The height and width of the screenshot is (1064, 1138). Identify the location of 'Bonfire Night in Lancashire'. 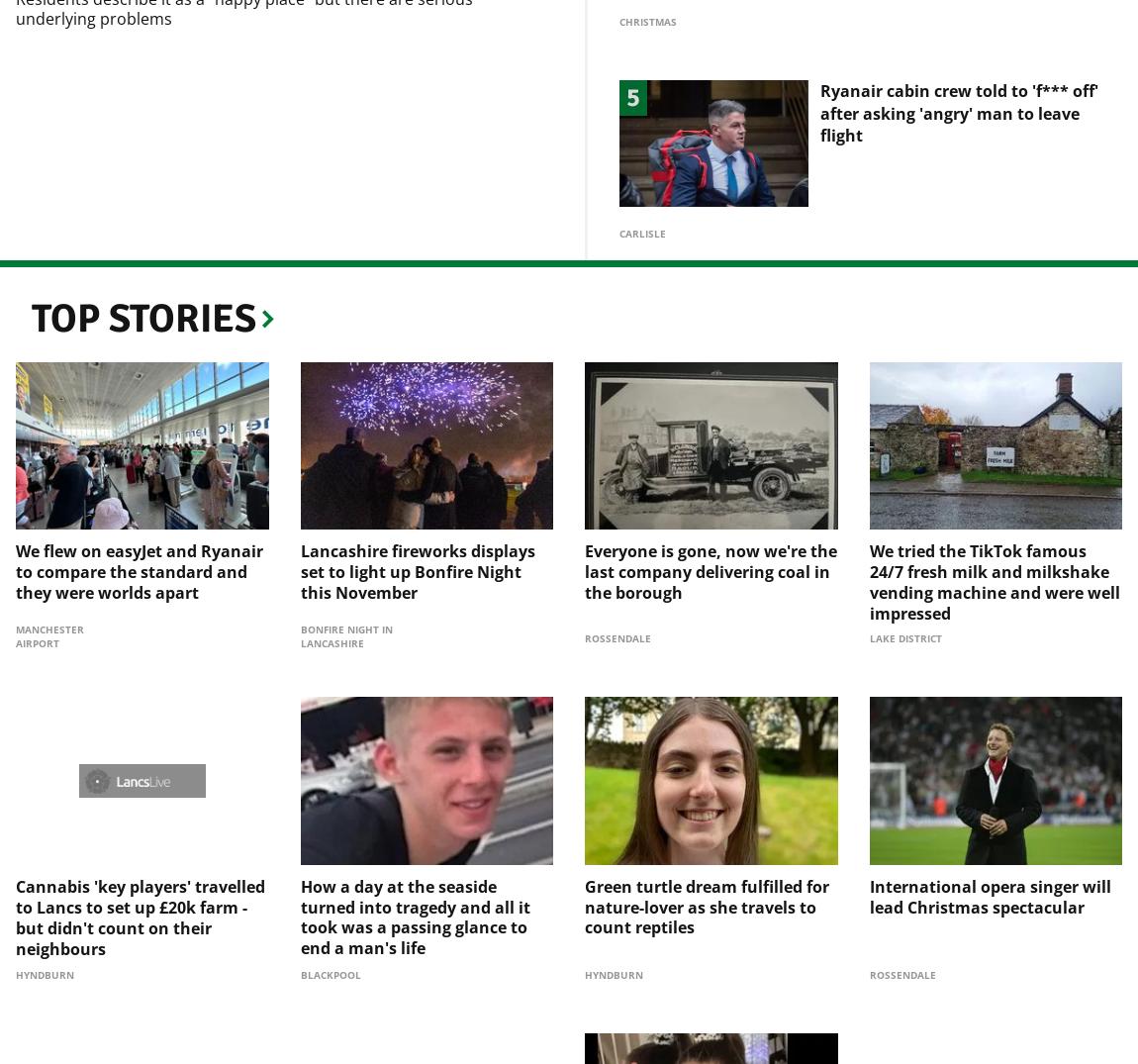
(345, 602).